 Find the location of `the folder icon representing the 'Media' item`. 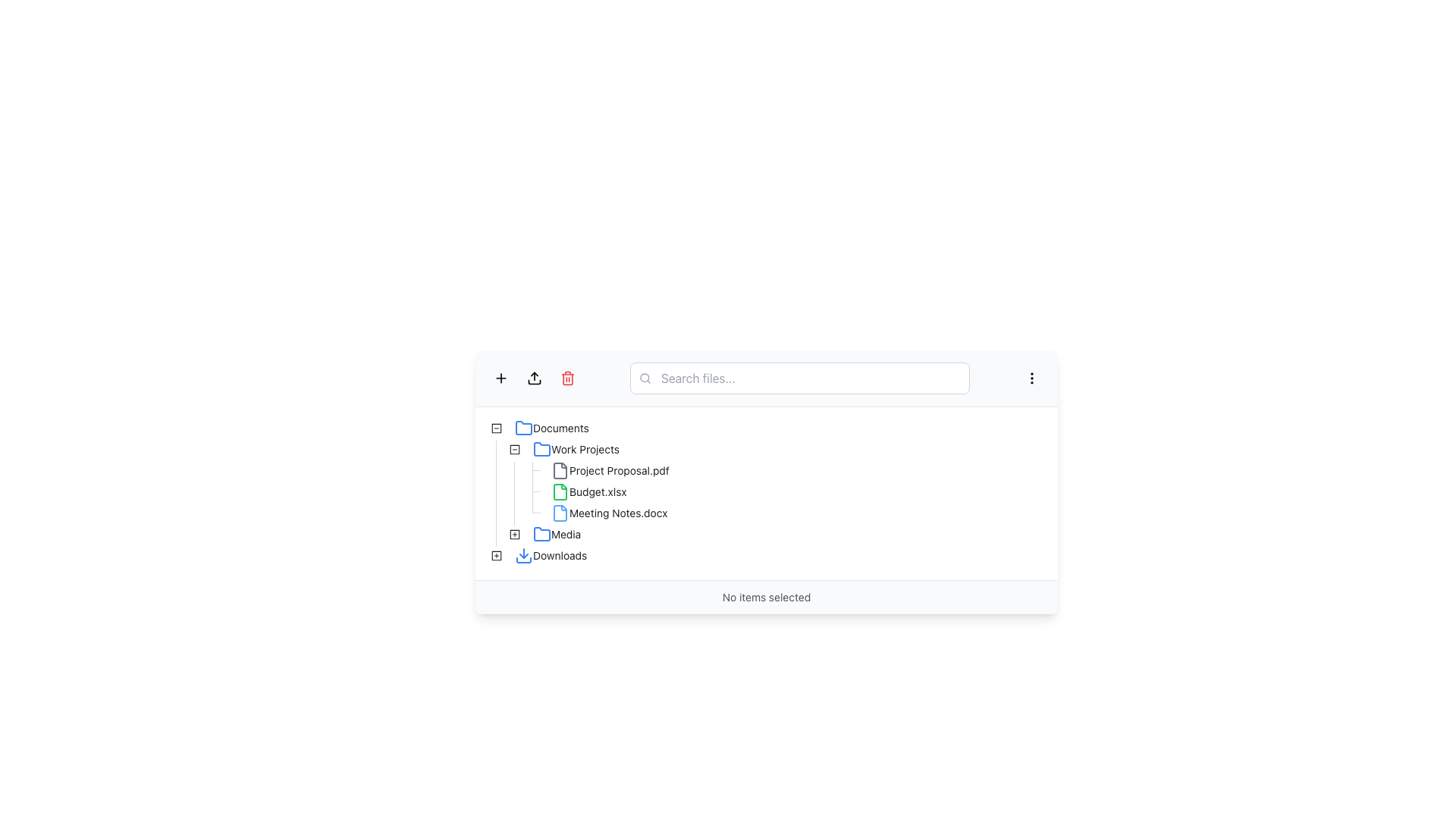

the folder icon representing the 'Media' item is located at coordinates (542, 534).